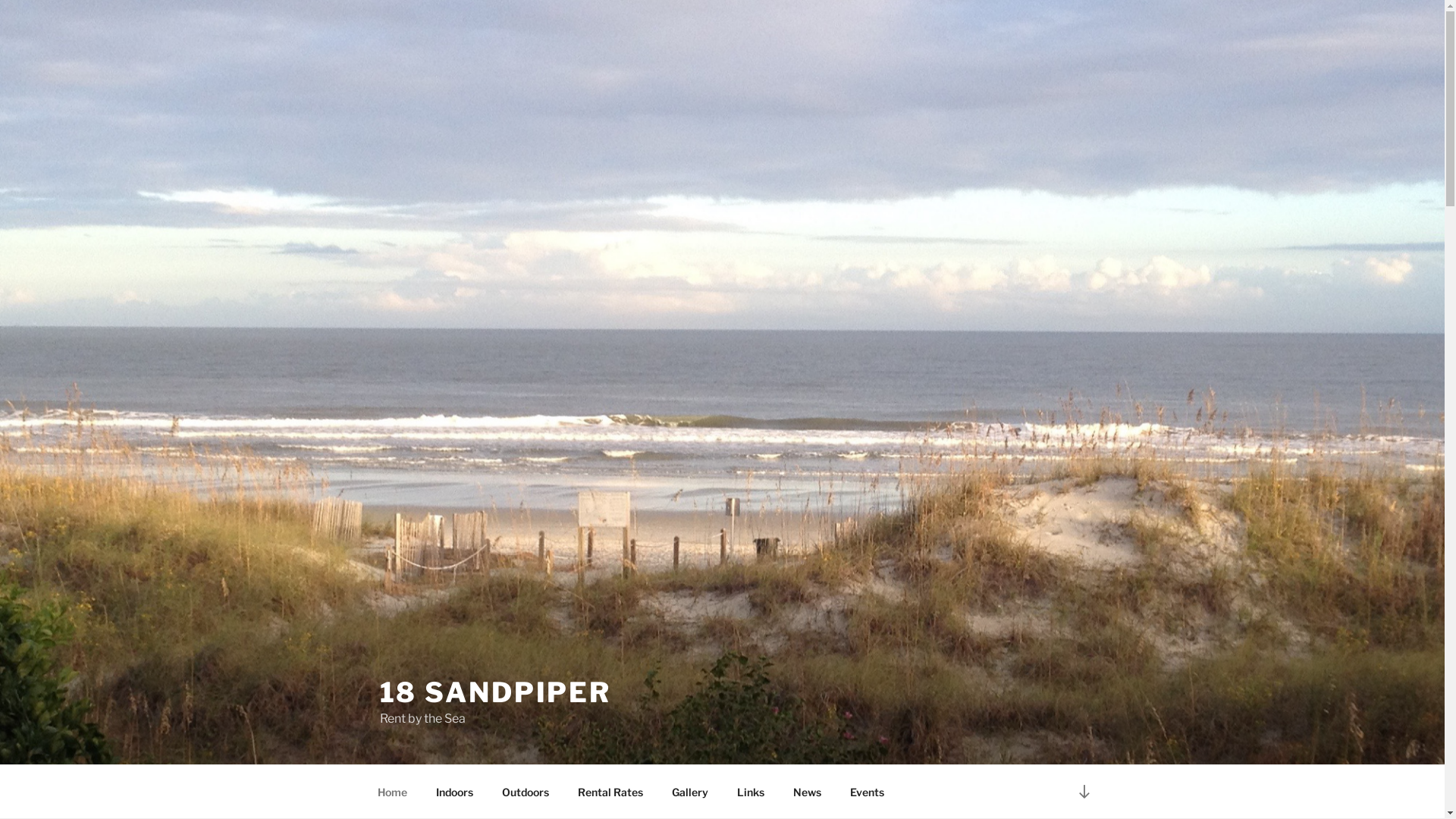  What do you see at coordinates (392, 791) in the screenshot?
I see `'Home'` at bounding box center [392, 791].